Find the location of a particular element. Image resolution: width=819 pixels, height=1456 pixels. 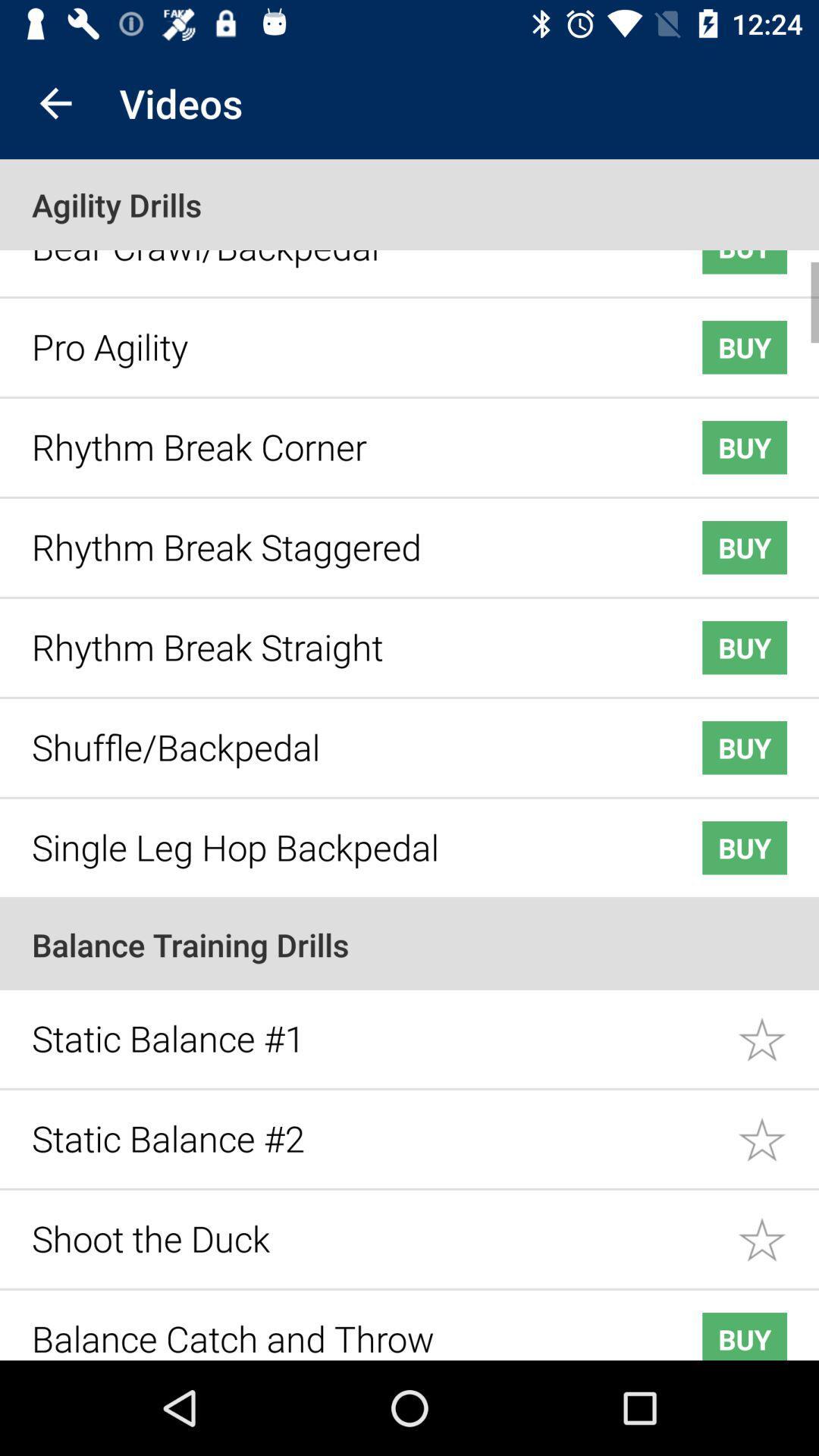

the icon above balance training drills is located at coordinates (343, 835).